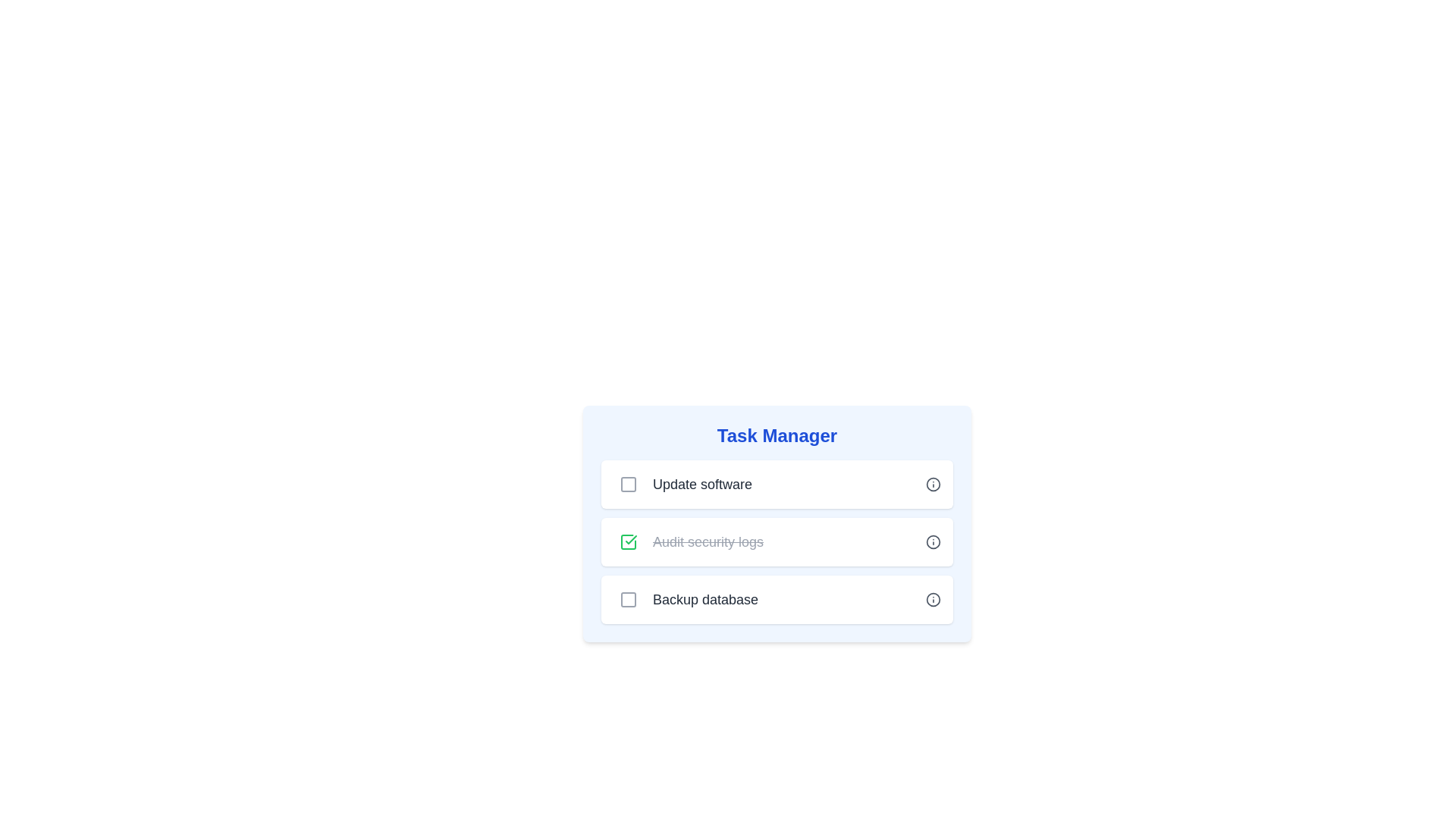  Describe the element at coordinates (629, 485) in the screenshot. I see `the SVG status icon located in the first row of task items in the 'Task Manager' block, next to the text label 'Update software'` at that location.